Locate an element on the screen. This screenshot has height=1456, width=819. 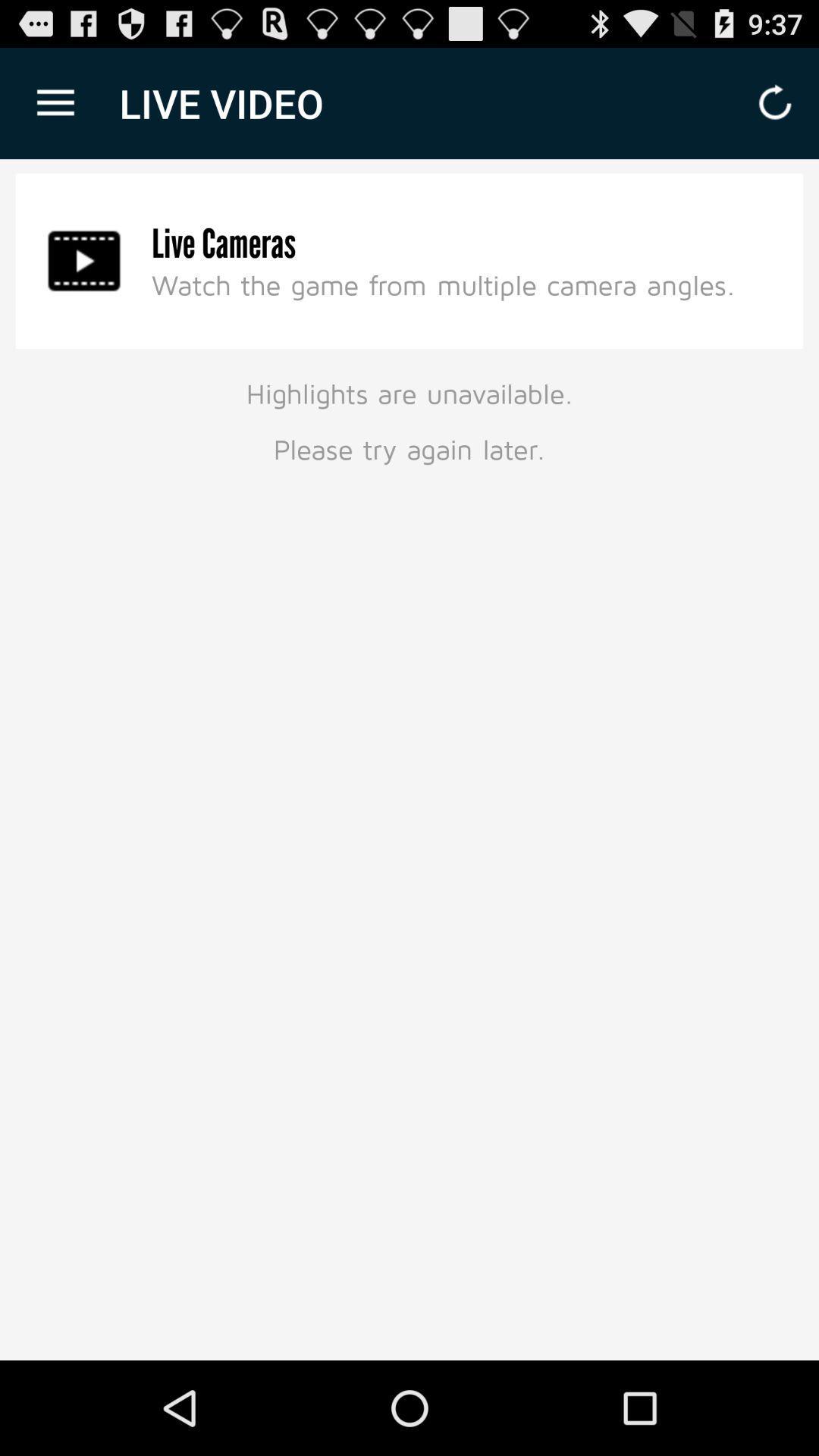
the icon next to the live cameras is located at coordinates (84, 261).